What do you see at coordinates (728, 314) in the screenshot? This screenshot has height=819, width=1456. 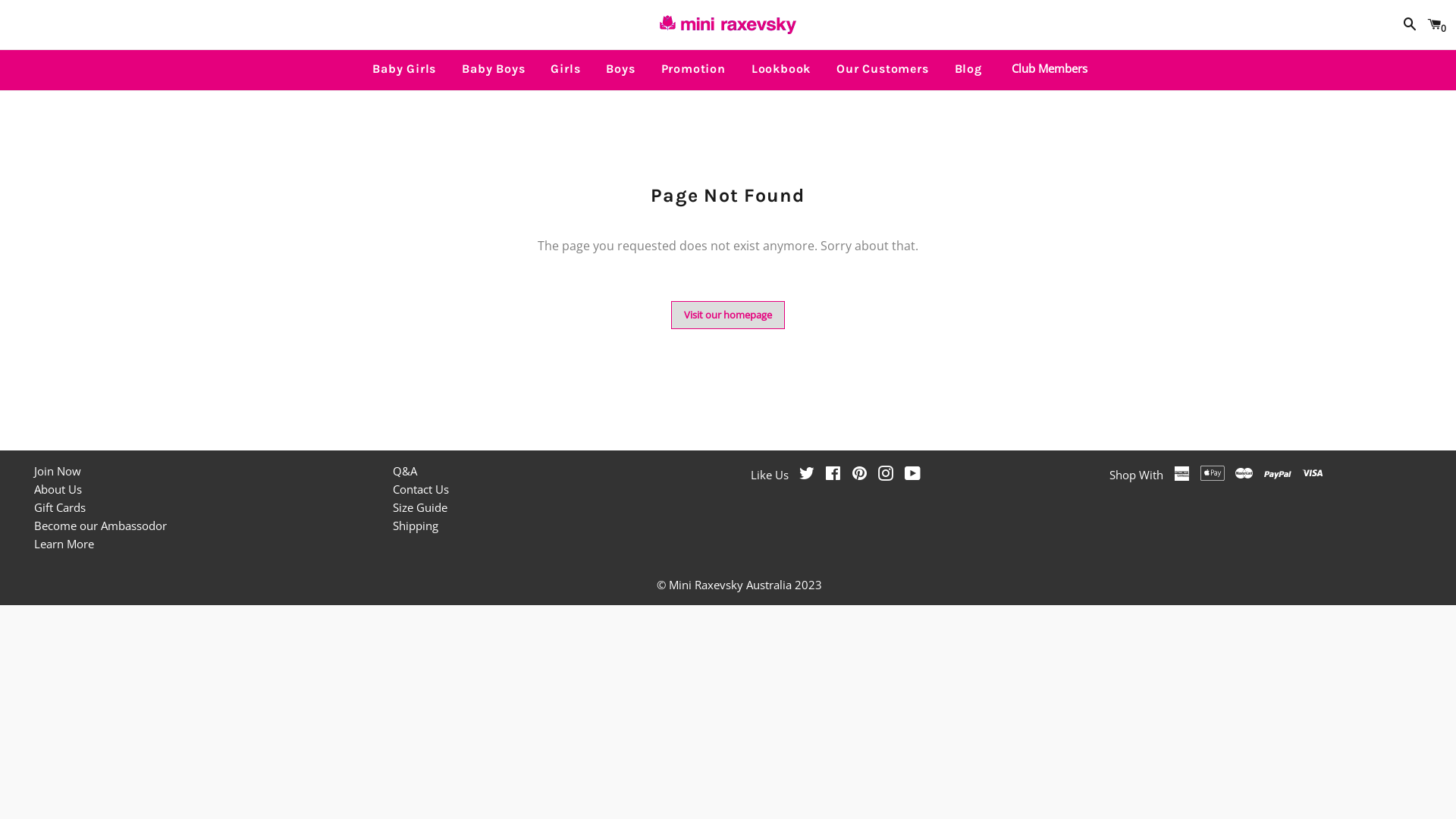 I see `'Visit our homepage'` at bounding box center [728, 314].